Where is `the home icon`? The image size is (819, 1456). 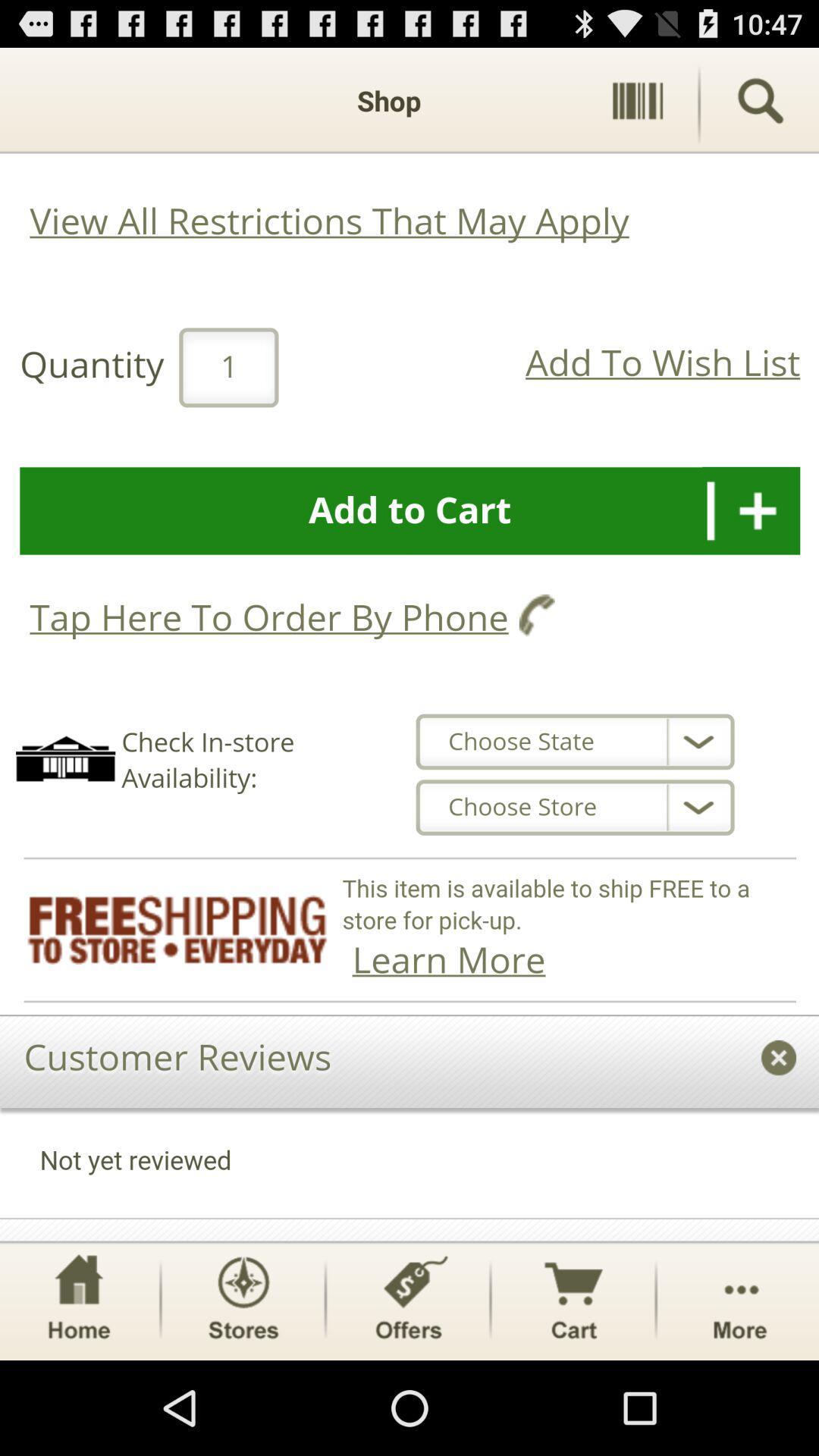 the home icon is located at coordinates (78, 1392).